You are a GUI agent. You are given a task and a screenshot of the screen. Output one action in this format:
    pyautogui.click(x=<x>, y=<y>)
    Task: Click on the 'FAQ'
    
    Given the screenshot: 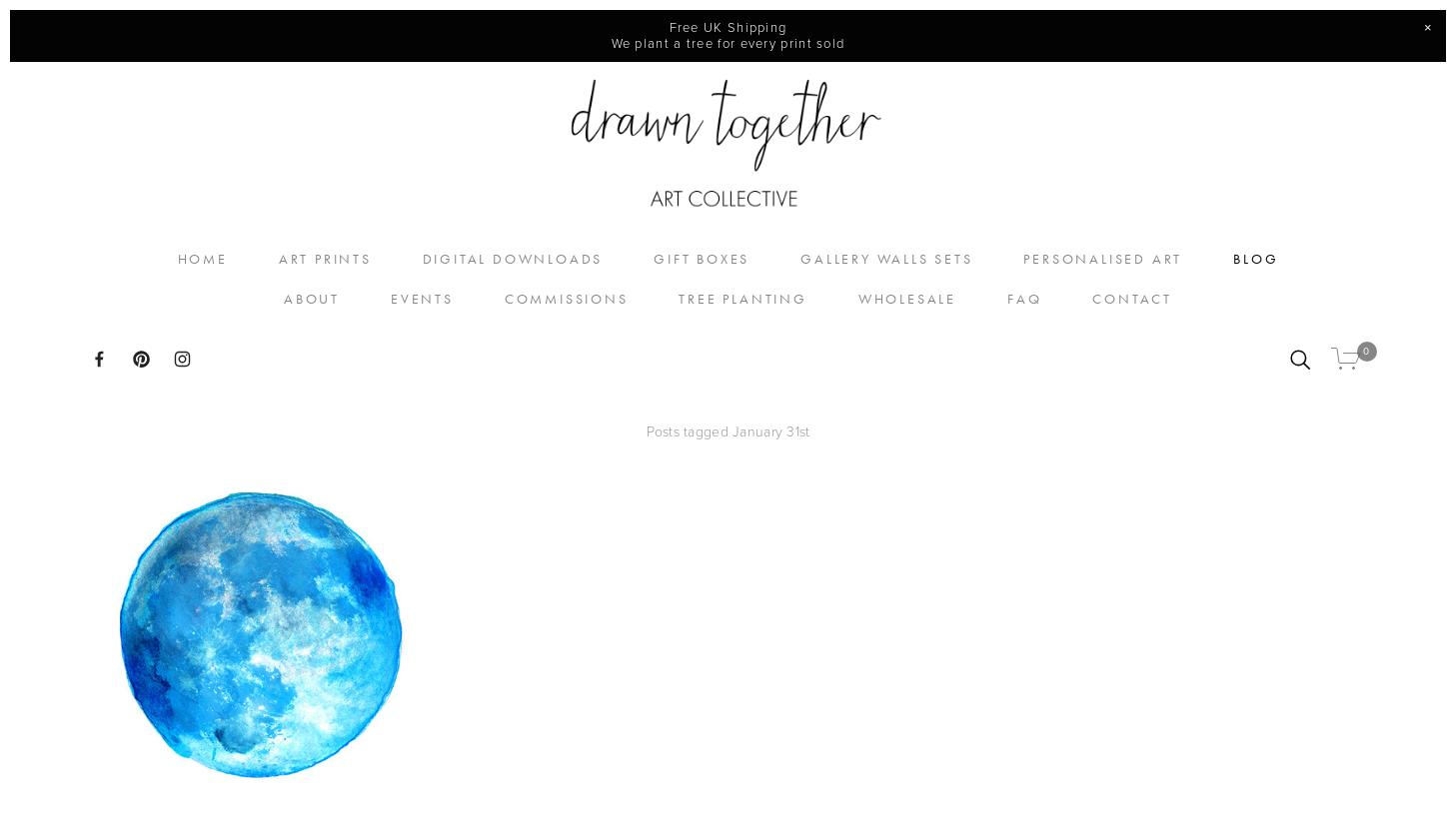 What is the action you would take?
    pyautogui.click(x=1023, y=299)
    